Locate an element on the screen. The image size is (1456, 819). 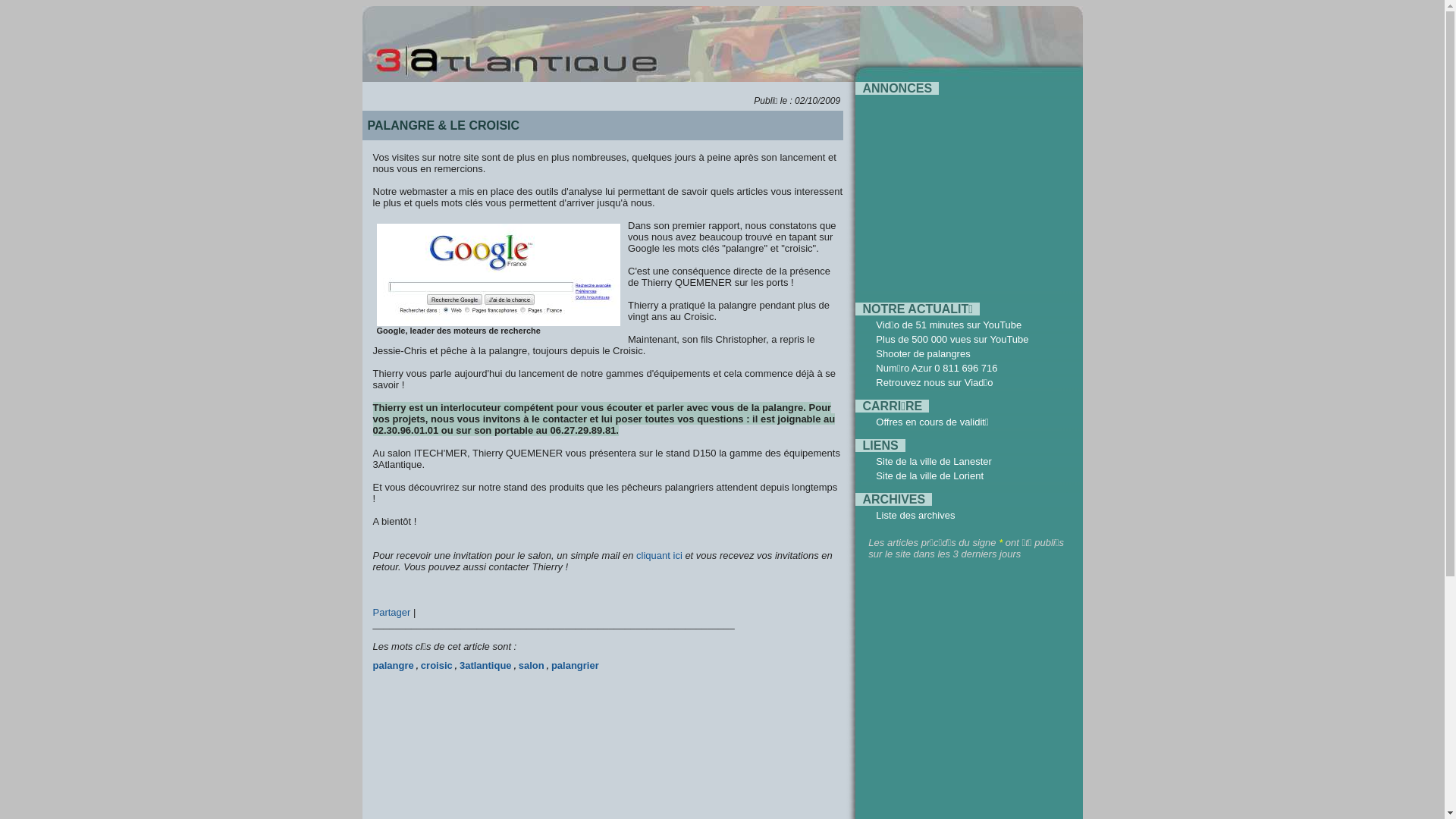
'cliquant ici' is located at coordinates (659, 555).